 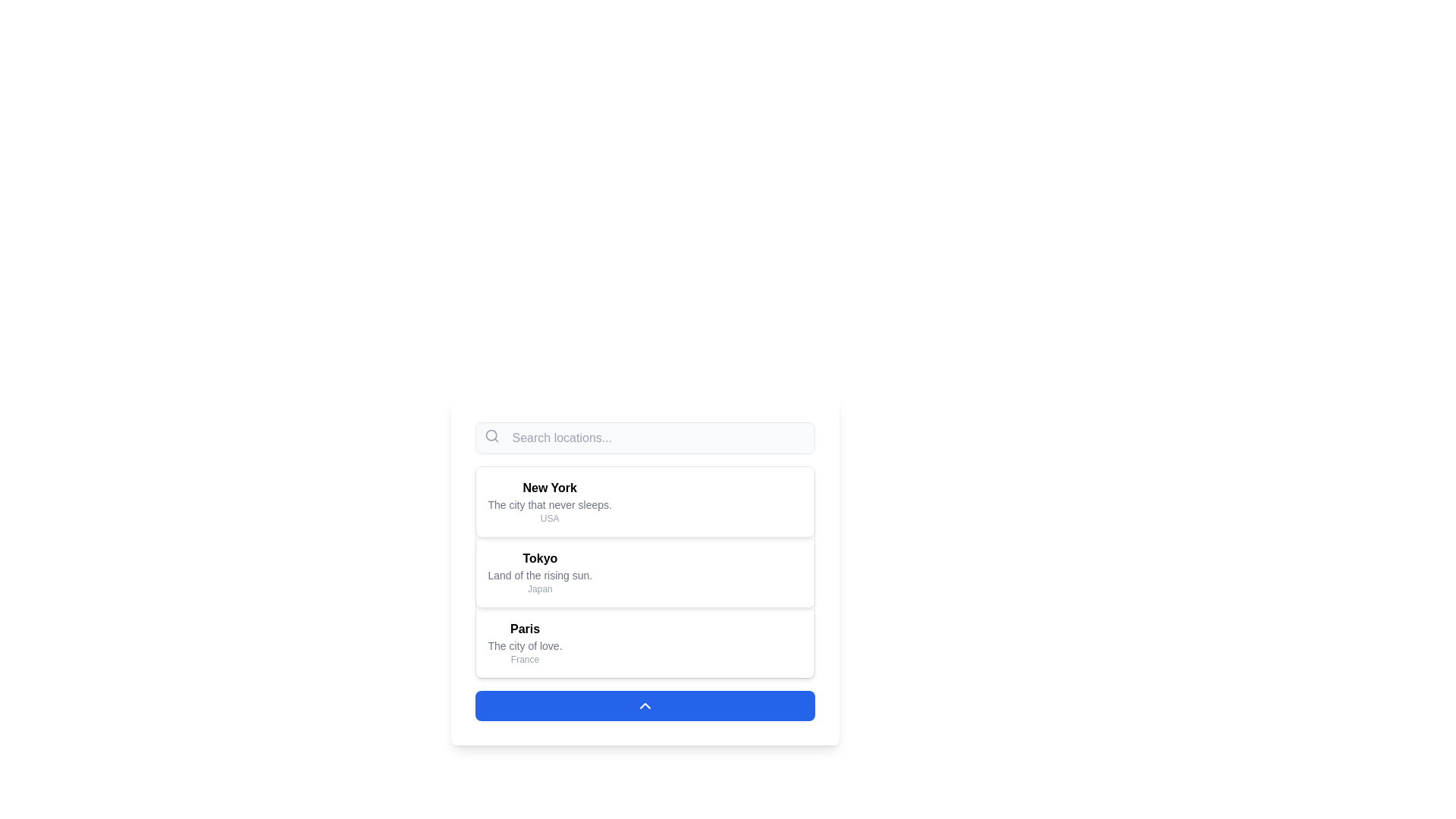 I want to click on the first list item entry for 'New York' which is located directly beneath the search bar and above other list items such as 'Tokyo' and 'Paris'. This item is distinct with clear spacing around it, so click(x=549, y=502).